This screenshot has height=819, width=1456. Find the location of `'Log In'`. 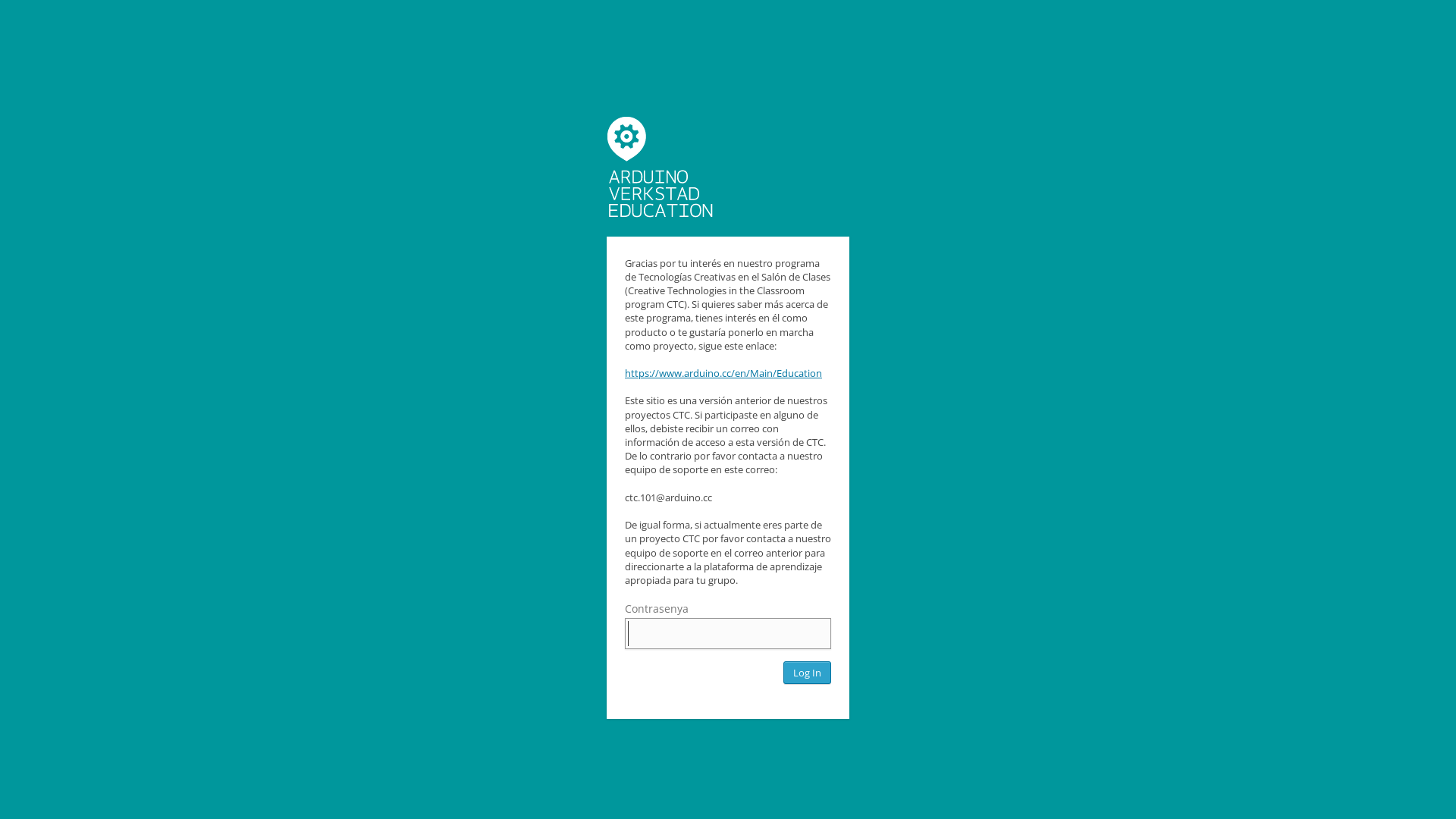

'Log In' is located at coordinates (806, 672).